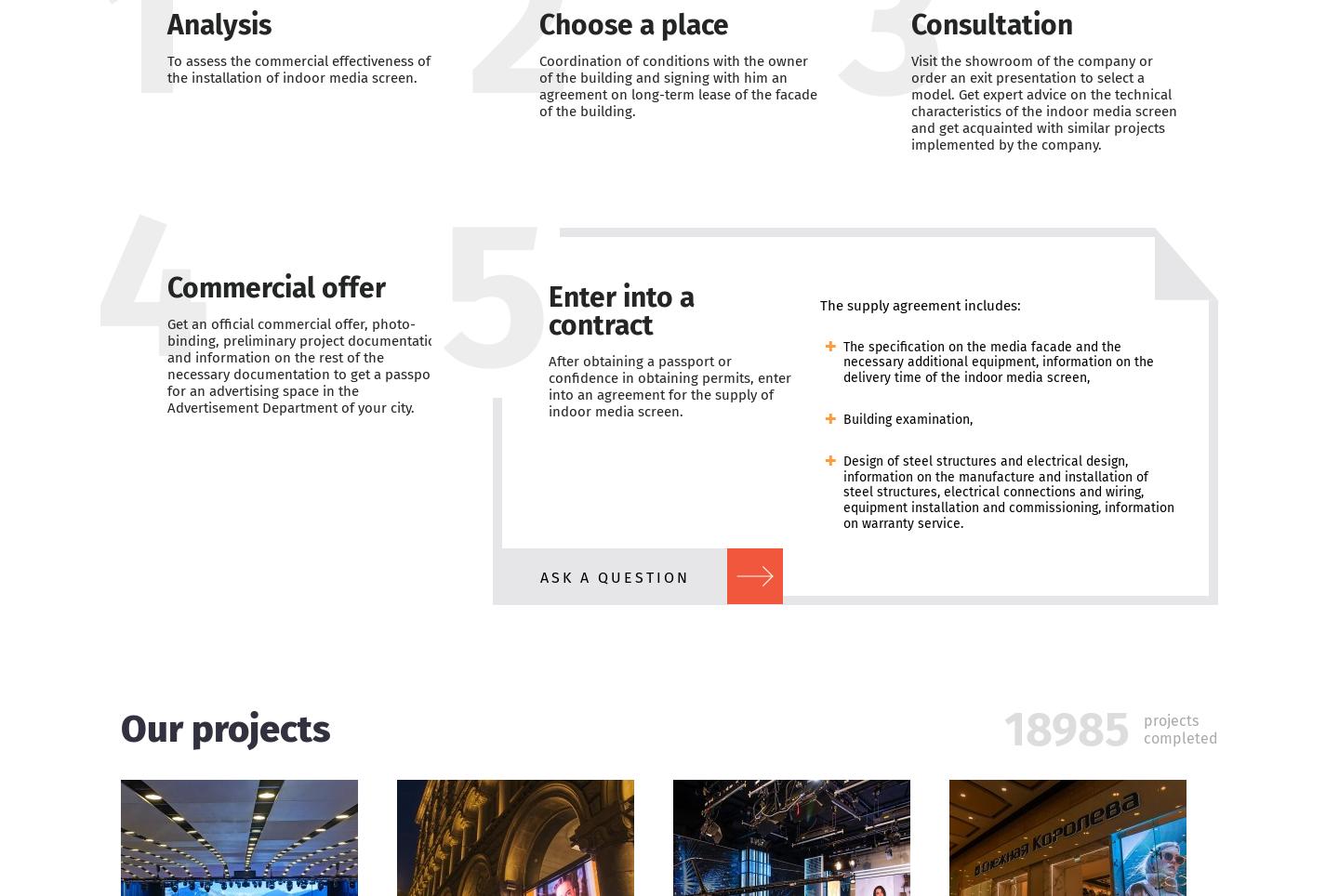 This screenshot has height=896, width=1339. Describe the element at coordinates (306, 365) in the screenshot. I see `'Get an official commercial offer, photo-binding, preliminary project documentation and information on the rest of the necessary documentation to get a passport for an advertising space in the Advertisement Department of your city.'` at that location.